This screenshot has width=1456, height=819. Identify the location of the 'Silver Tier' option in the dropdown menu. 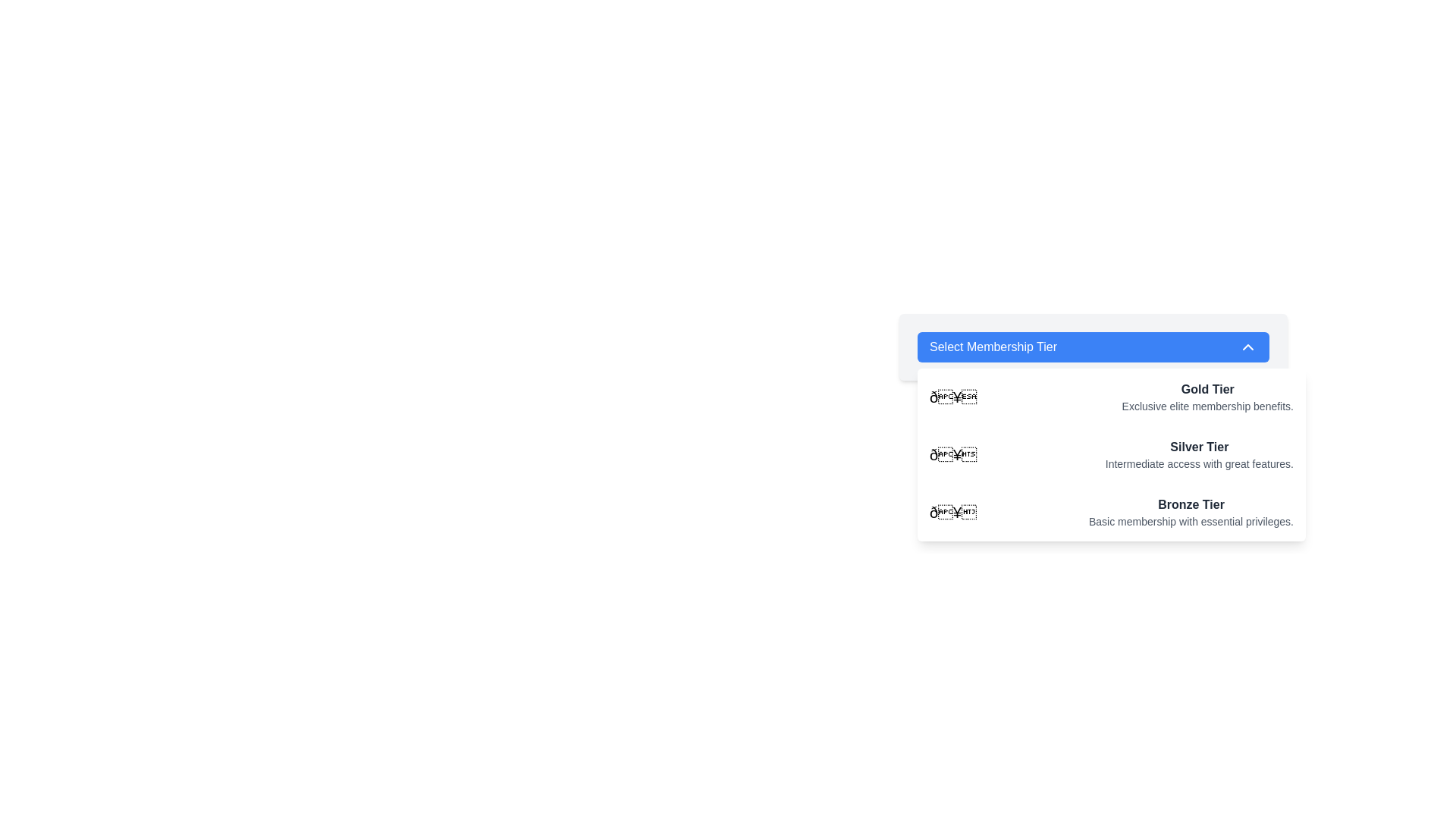
(1111, 454).